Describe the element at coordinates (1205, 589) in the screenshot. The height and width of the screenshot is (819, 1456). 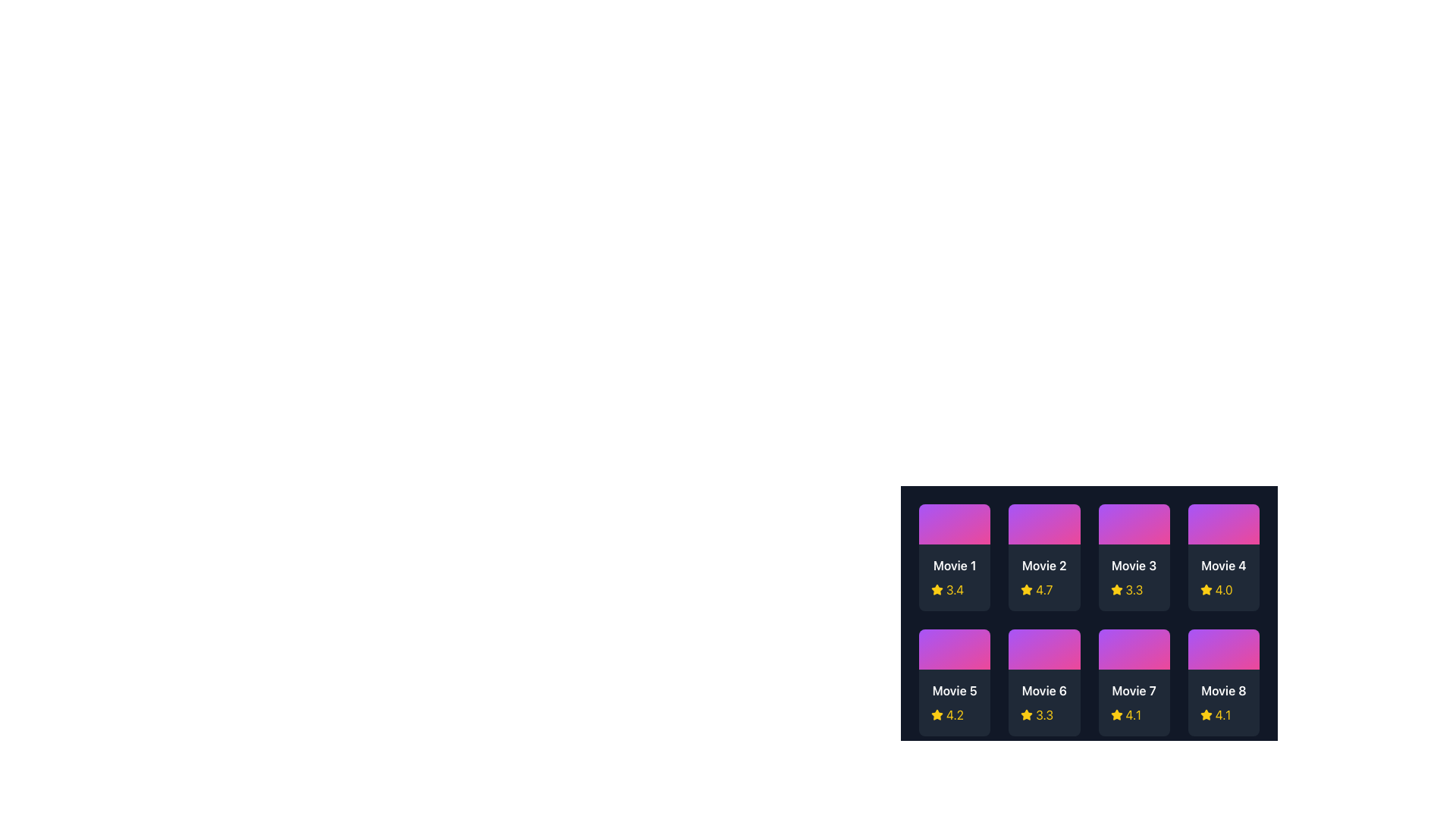
I see `the yellow filled star-shaped icon, which is visually grouped with the numerical text '4.0' below the 'Movie 4' title` at that location.